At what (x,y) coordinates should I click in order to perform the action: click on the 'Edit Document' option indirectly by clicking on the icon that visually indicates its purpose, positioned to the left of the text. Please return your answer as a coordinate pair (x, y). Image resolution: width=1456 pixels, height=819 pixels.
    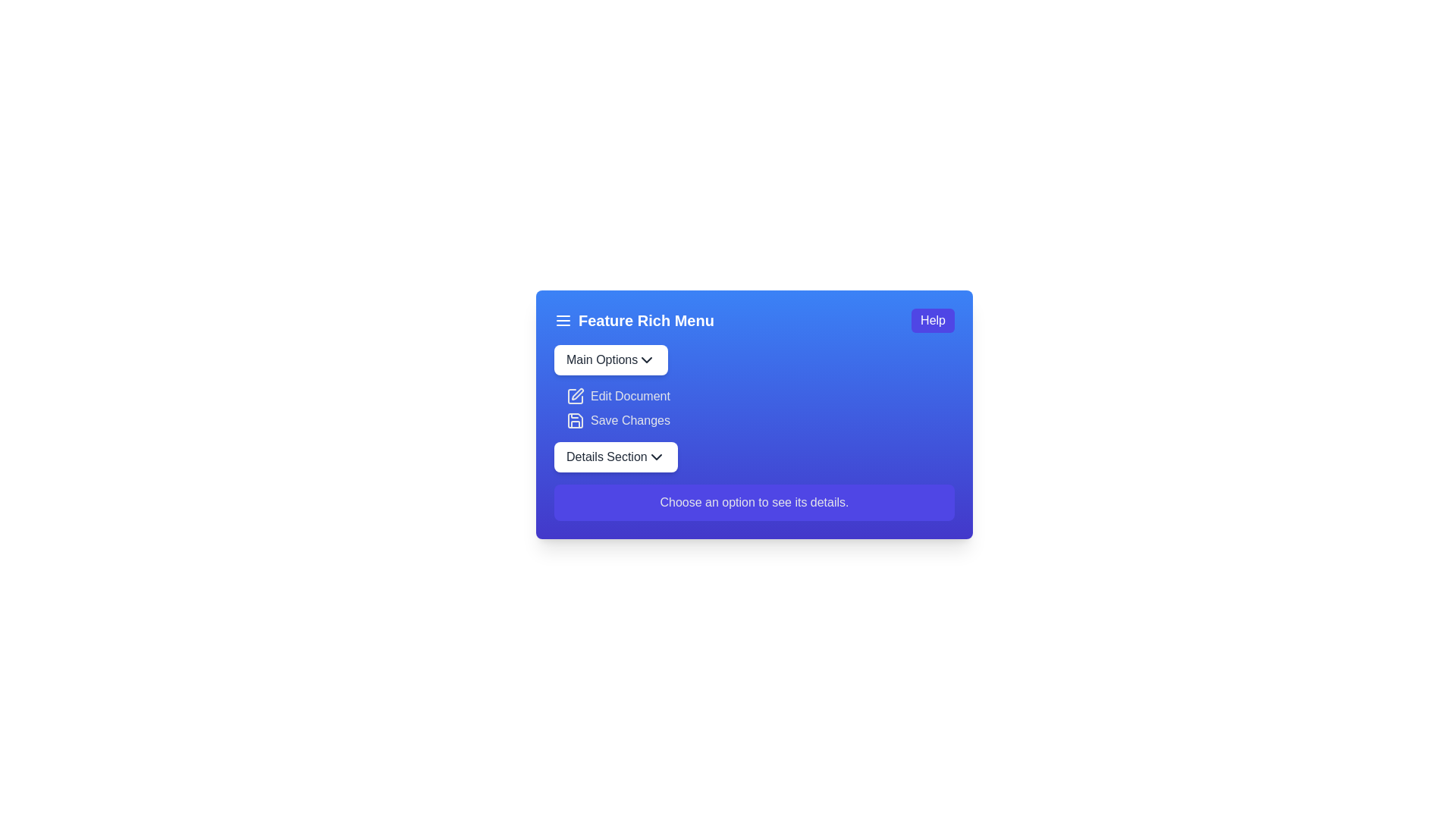
    Looking at the image, I should click on (574, 396).